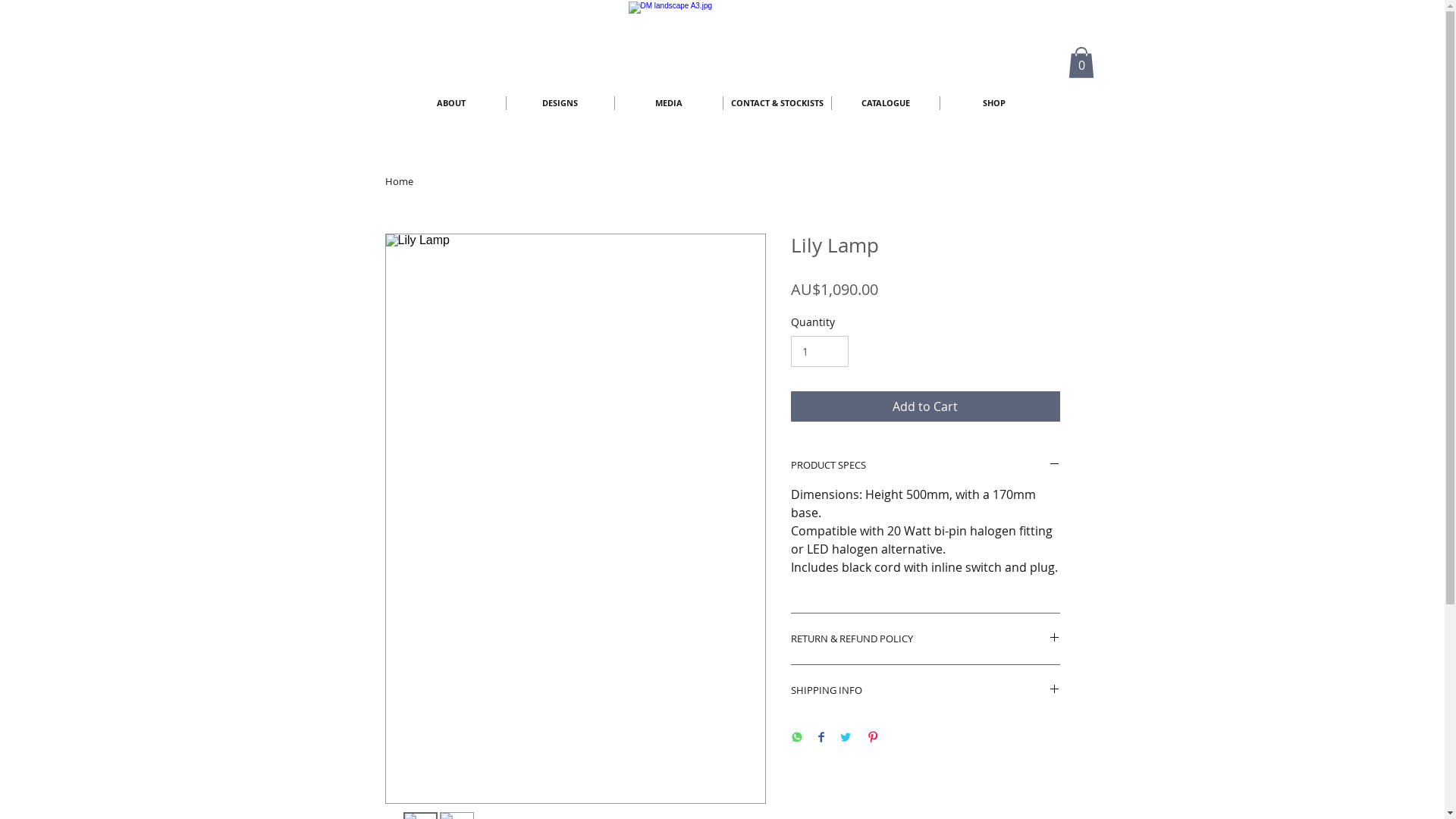 Image resolution: width=1456 pixels, height=819 pixels. What do you see at coordinates (450, 102) in the screenshot?
I see `'ABOUT'` at bounding box center [450, 102].